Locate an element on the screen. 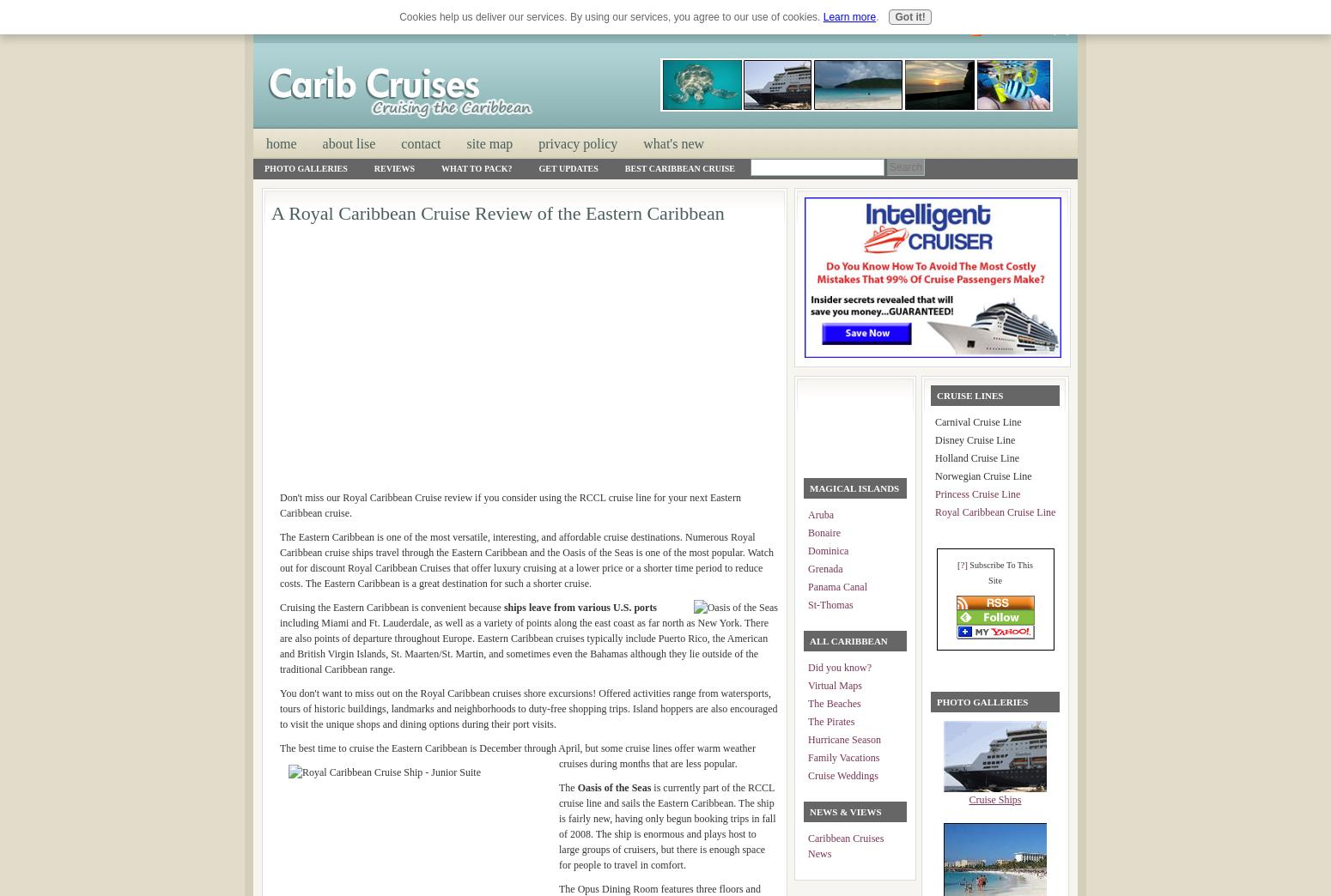  ']' is located at coordinates (1062, 28).